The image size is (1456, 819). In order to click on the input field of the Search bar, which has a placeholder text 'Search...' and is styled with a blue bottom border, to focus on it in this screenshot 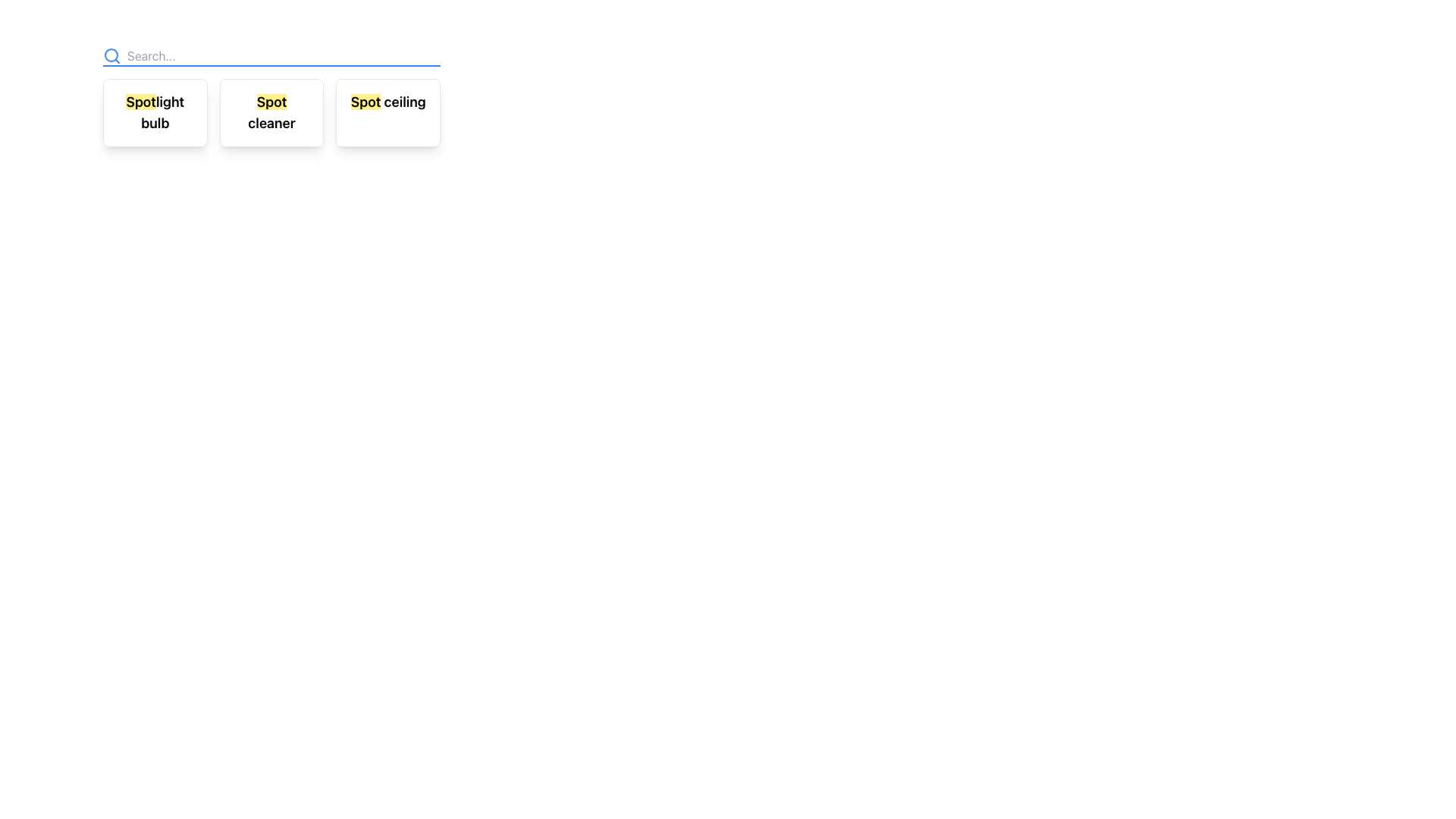, I will do `click(271, 55)`.